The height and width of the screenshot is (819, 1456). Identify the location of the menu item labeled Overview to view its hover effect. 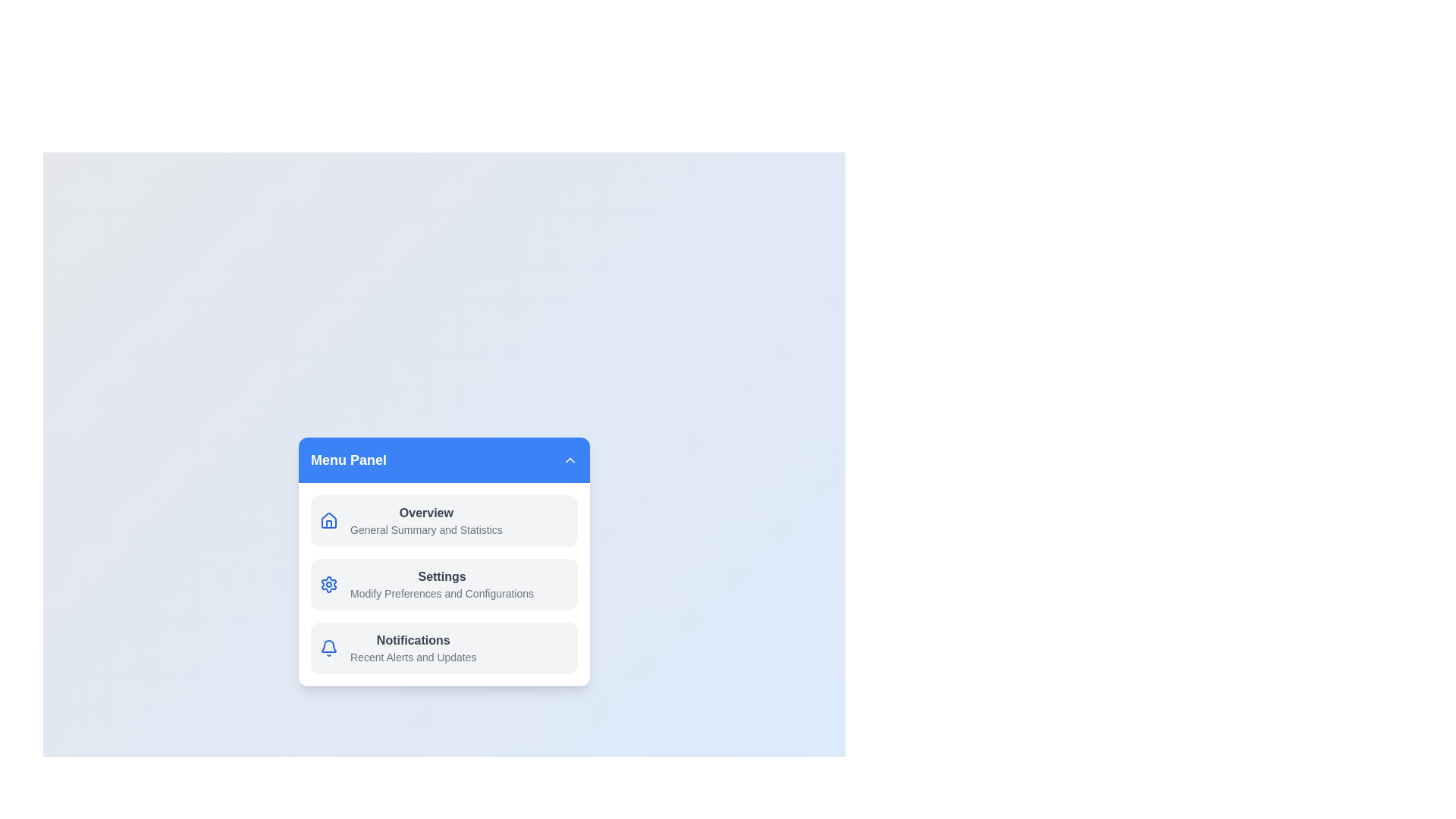
(443, 519).